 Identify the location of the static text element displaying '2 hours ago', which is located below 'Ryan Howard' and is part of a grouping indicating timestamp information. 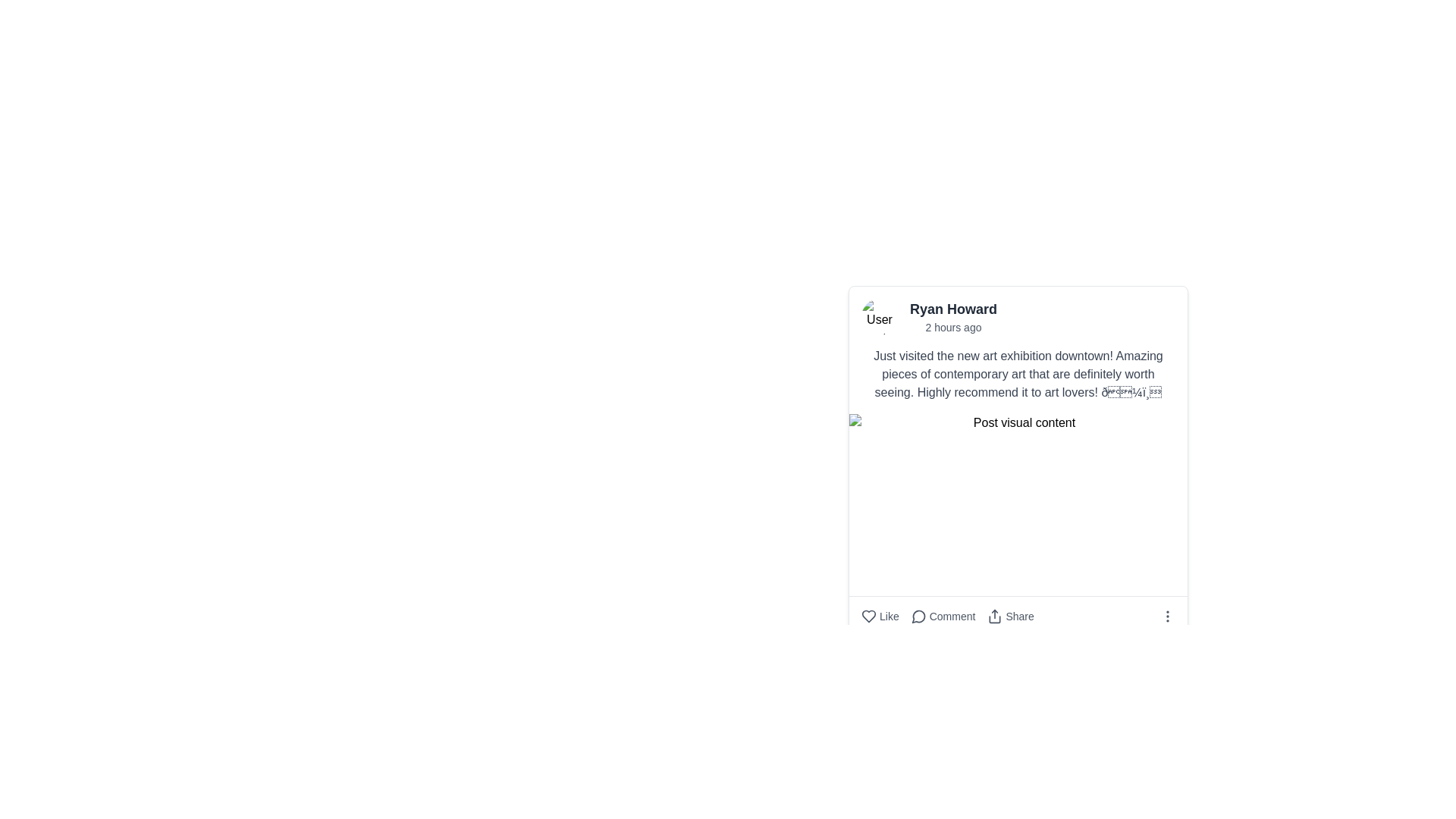
(952, 327).